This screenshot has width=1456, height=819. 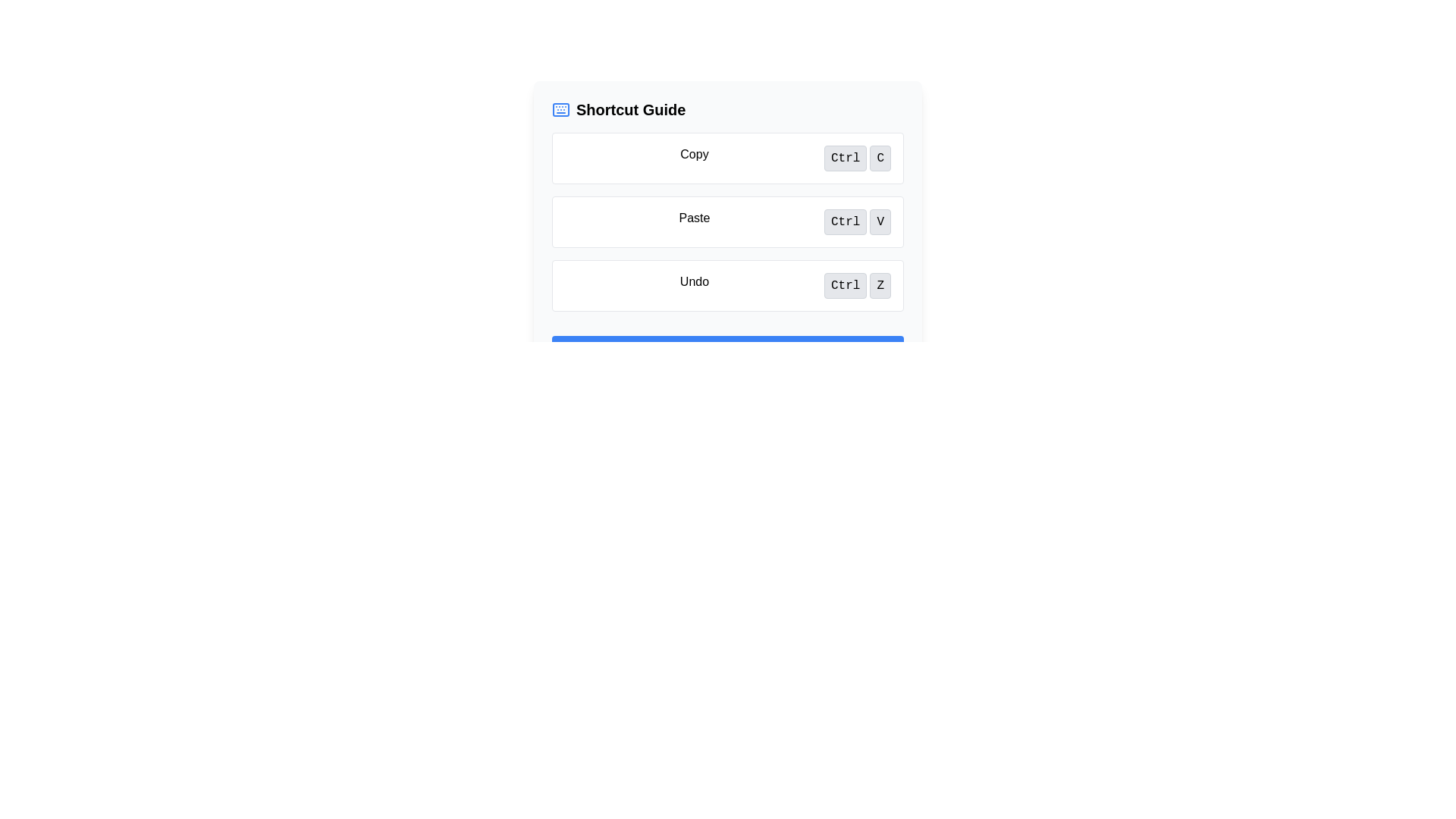 What do you see at coordinates (560, 109) in the screenshot?
I see `the icon representing the 'Shortcut Guide' section, which is located on the far left of its title header` at bounding box center [560, 109].